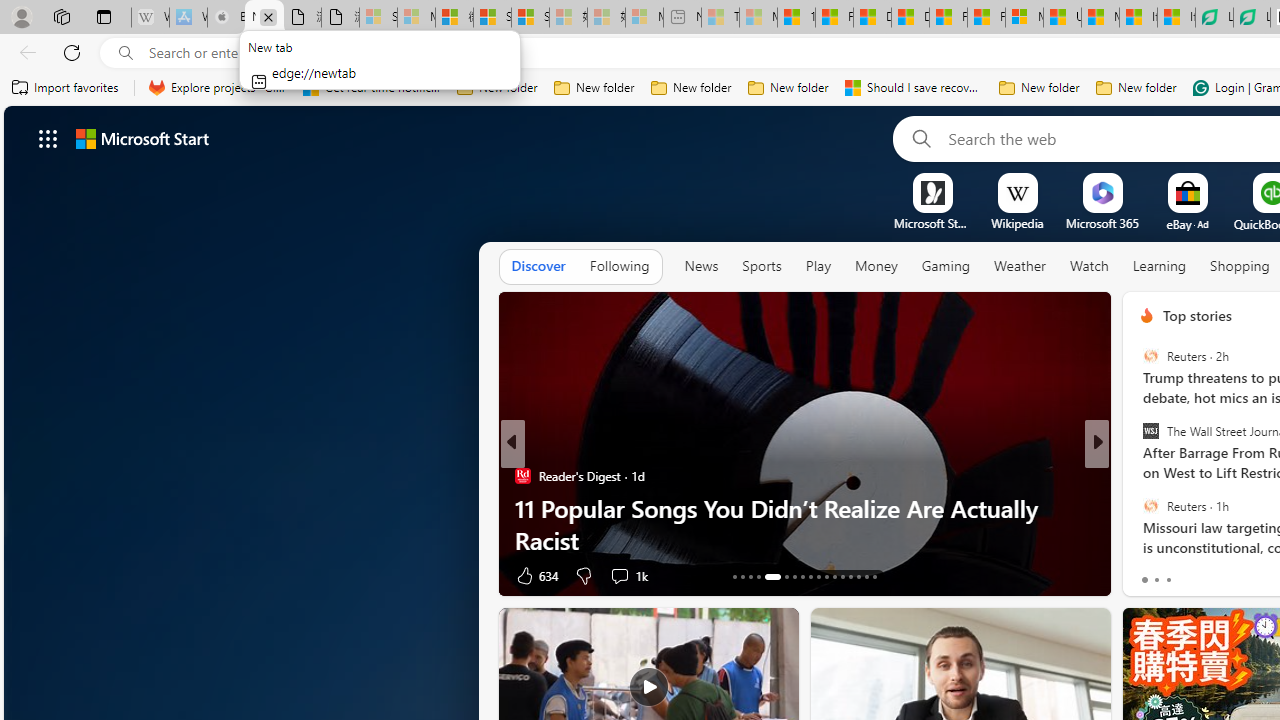 Image resolution: width=1280 pixels, height=720 pixels. Describe the element at coordinates (733, 577) in the screenshot. I see `'AutomationID: tab-13'` at that location.